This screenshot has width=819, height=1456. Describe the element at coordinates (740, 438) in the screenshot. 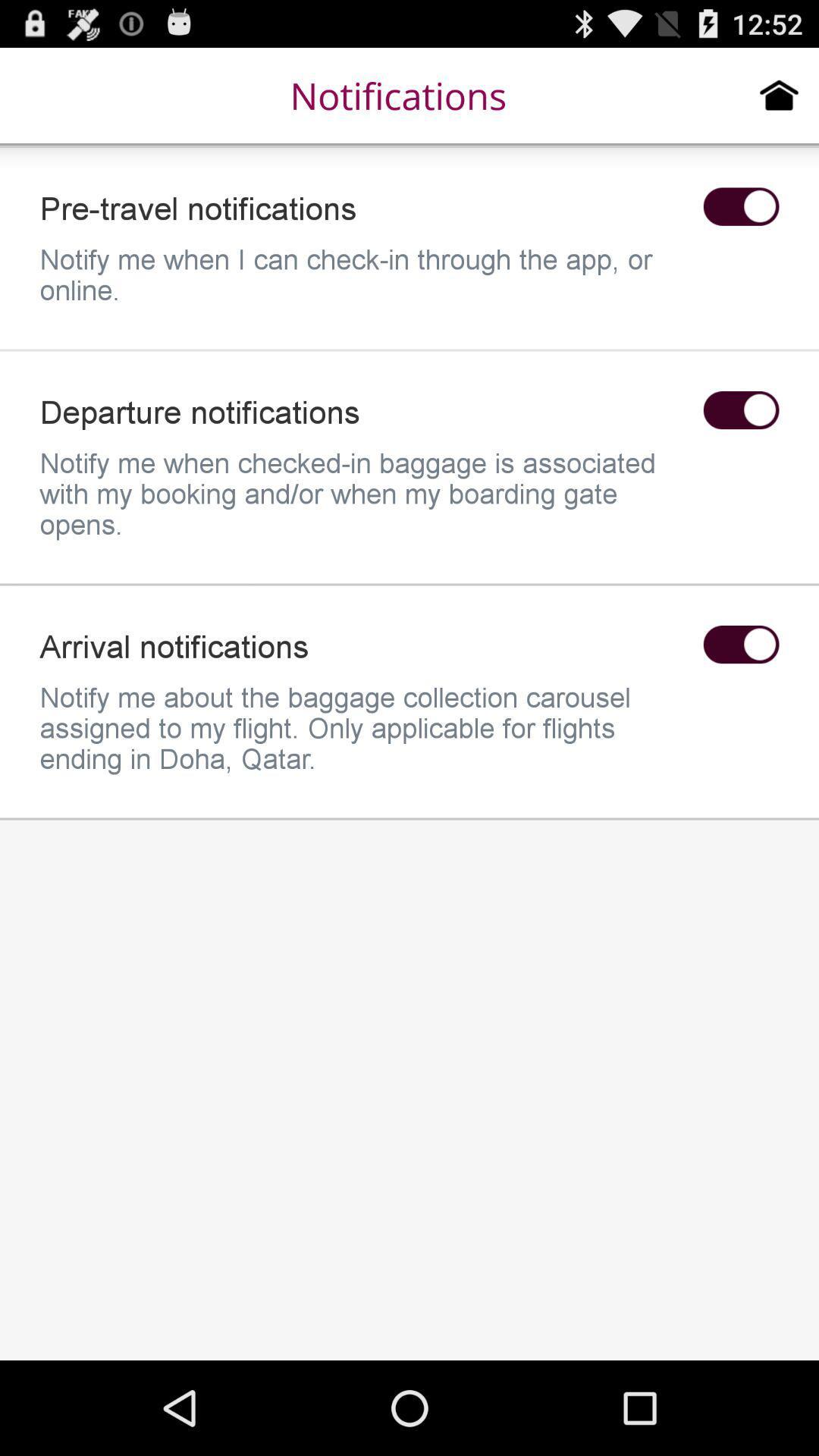

I see `the avatar icon` at that location.